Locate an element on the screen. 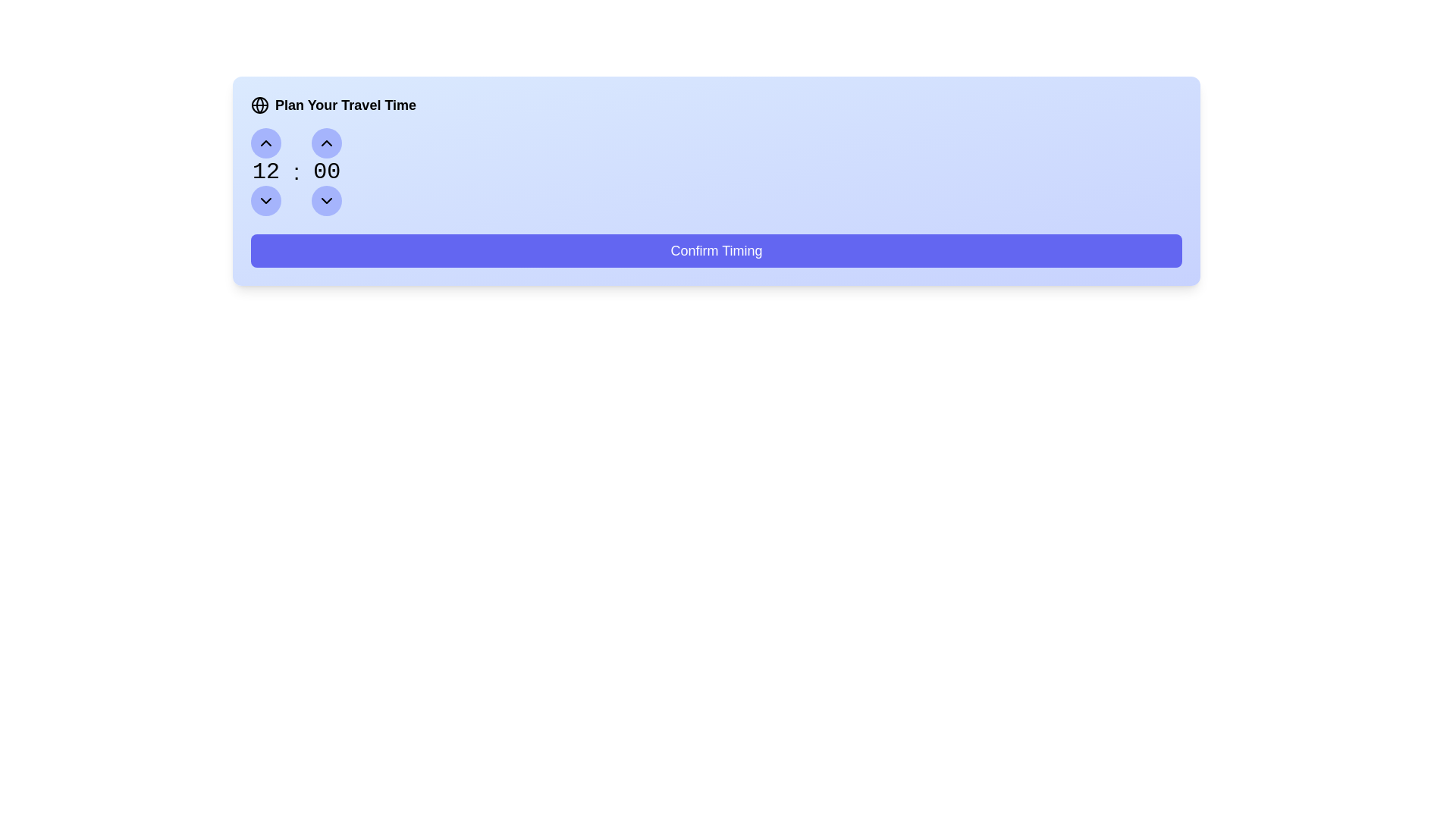 Image resolution: width=1456 pixels, height=819 pixels. the upward-pointing chevron icon button located in the 'Plan Your Travel Time' panel to increment the hour value is located at coordinates (326, 143).